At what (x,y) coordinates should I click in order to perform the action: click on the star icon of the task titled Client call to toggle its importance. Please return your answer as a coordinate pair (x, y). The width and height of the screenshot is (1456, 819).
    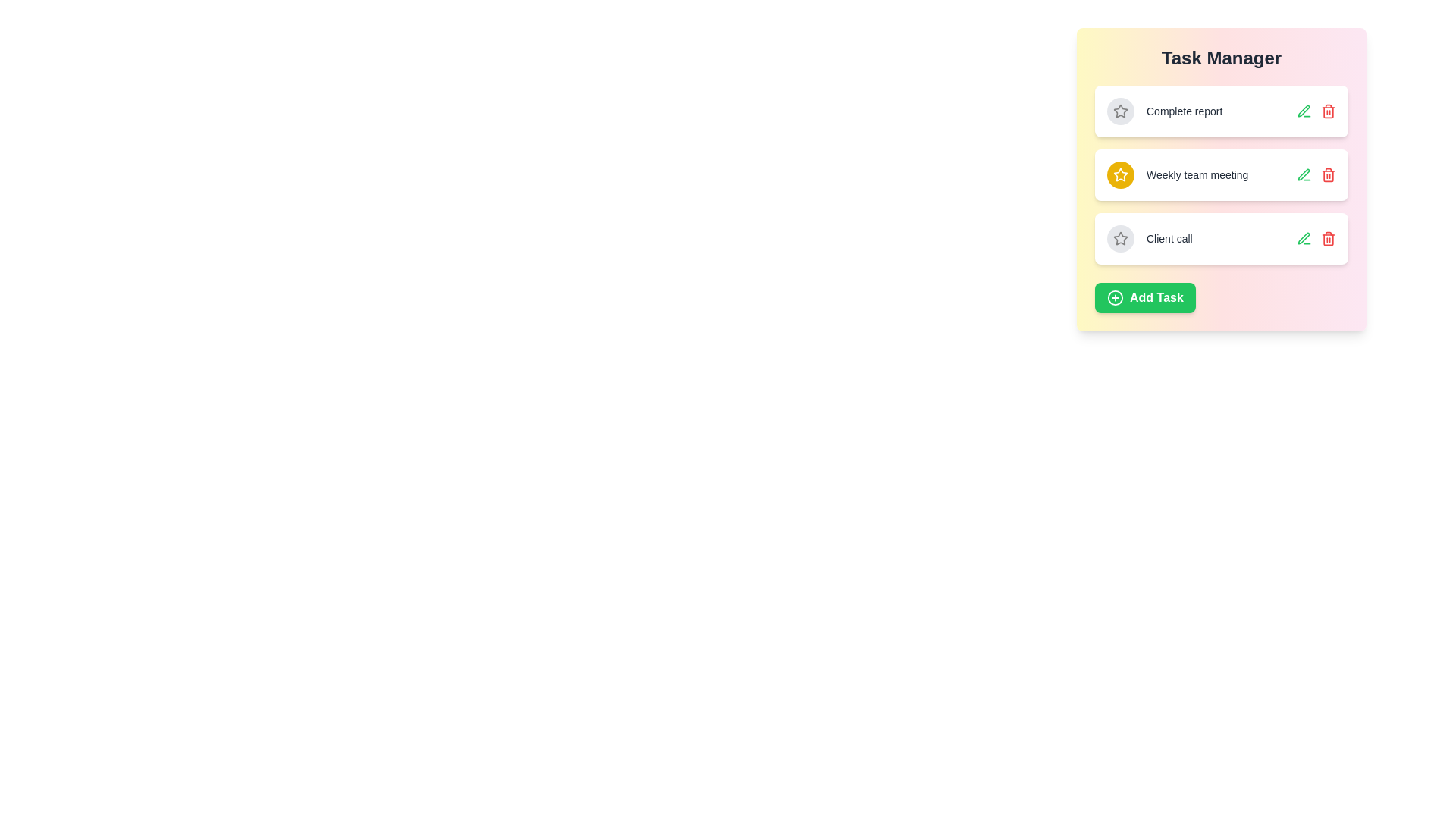
    Looking at the image, I should click on (1121, 239).